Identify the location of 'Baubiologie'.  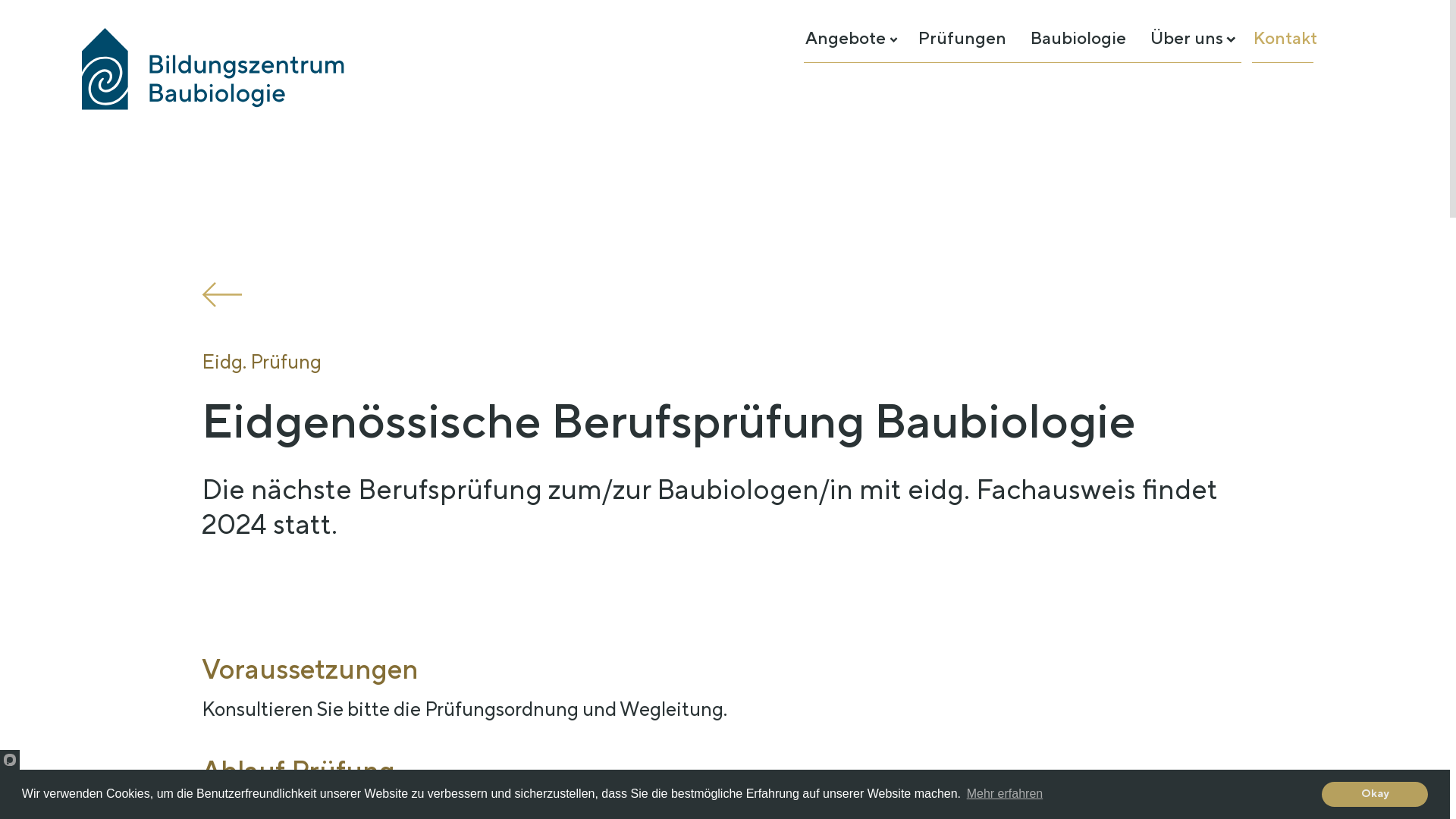
(1077, 37).